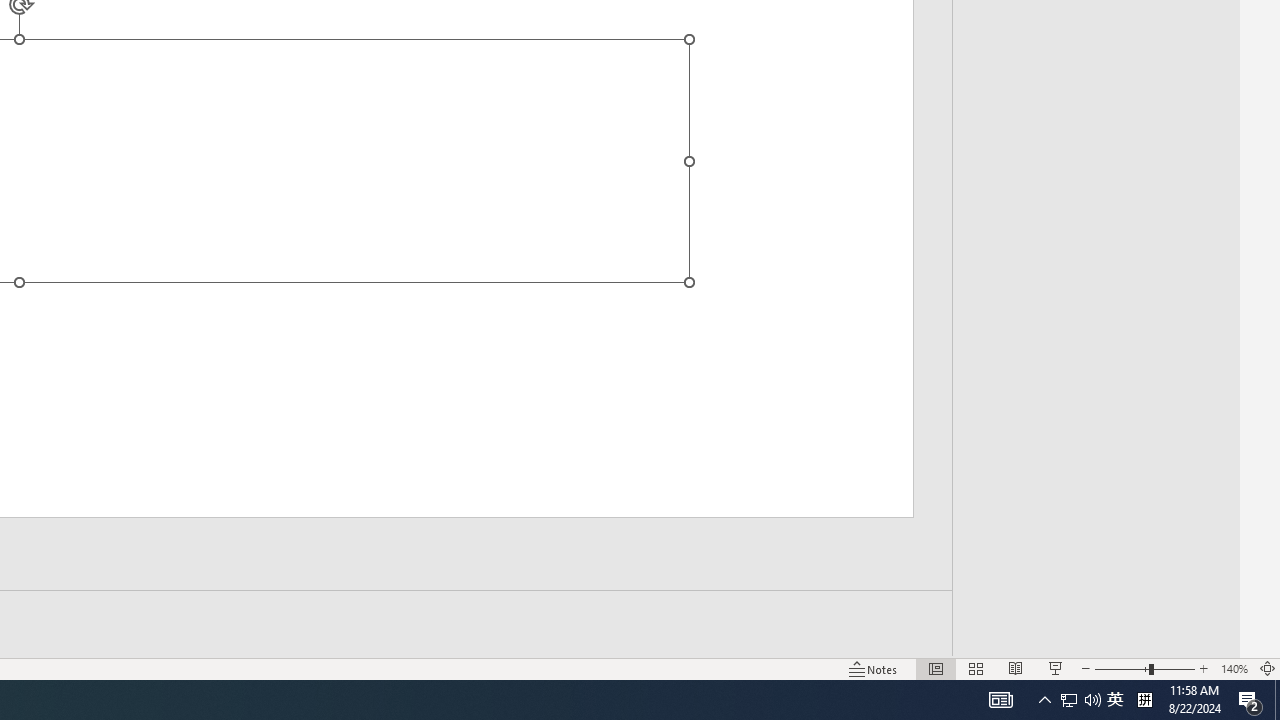 This screenshot has width=1280, height=720. What do you see at coordinates (1233, 669) in the screenshot?
I see `'Zoom 140%'` at bounding box center [1233, 669].